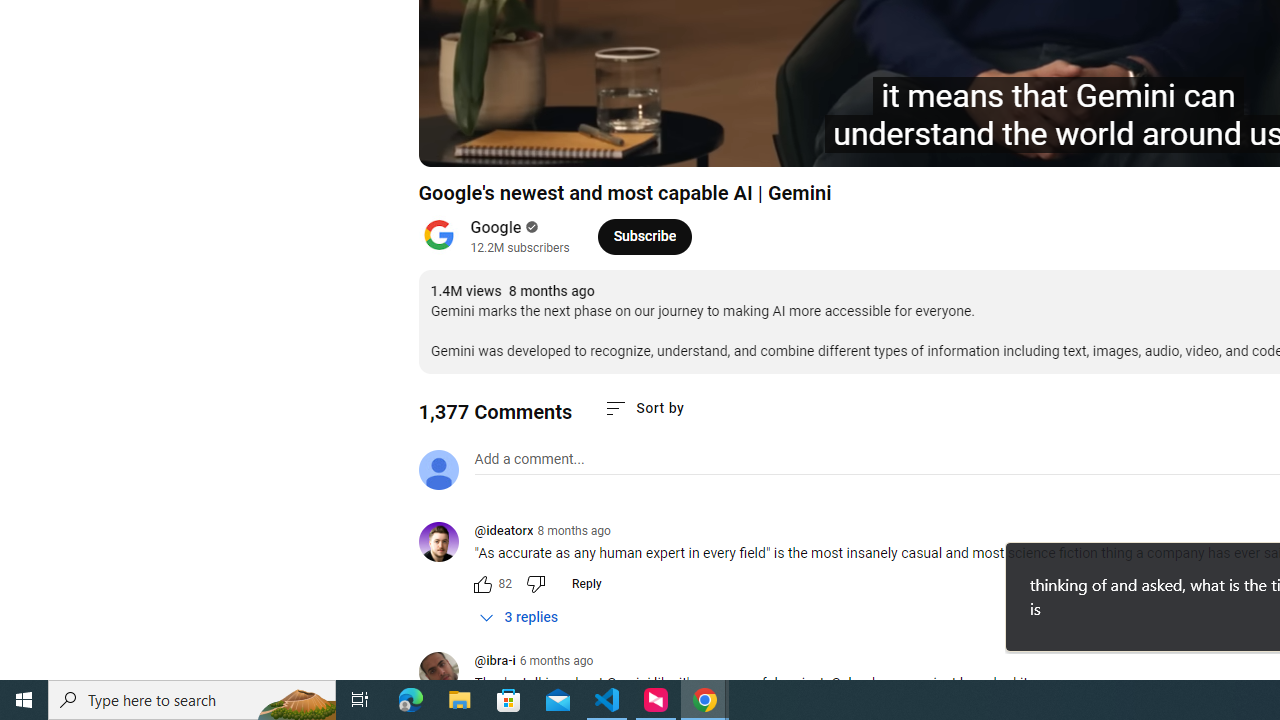  Describe the element at coordinates (585, 583) in the screenshot. I see `'Reply'` at that location.